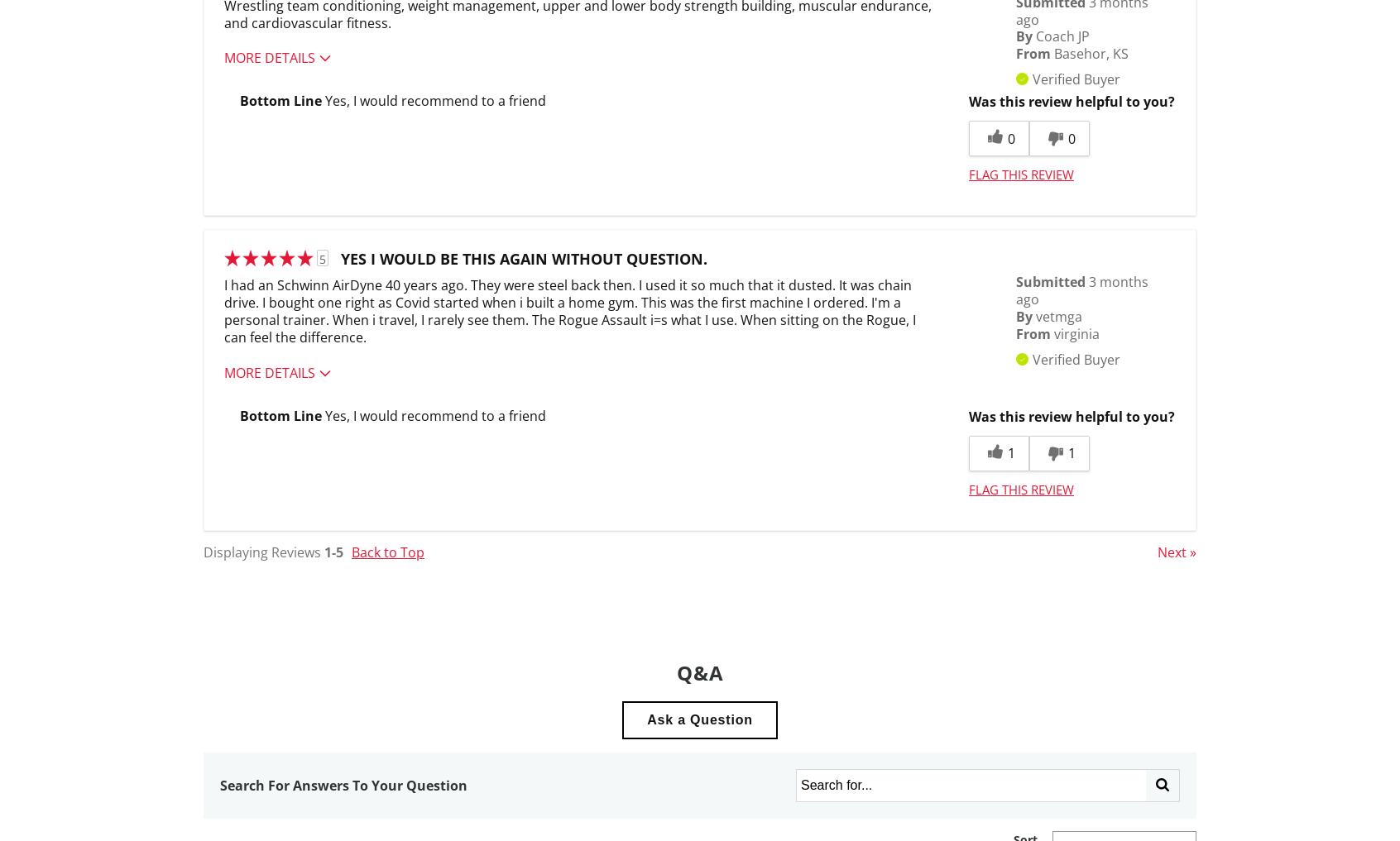 The image size is (1400, 841). I want to click on 'vetmga', so click(1057, 314).